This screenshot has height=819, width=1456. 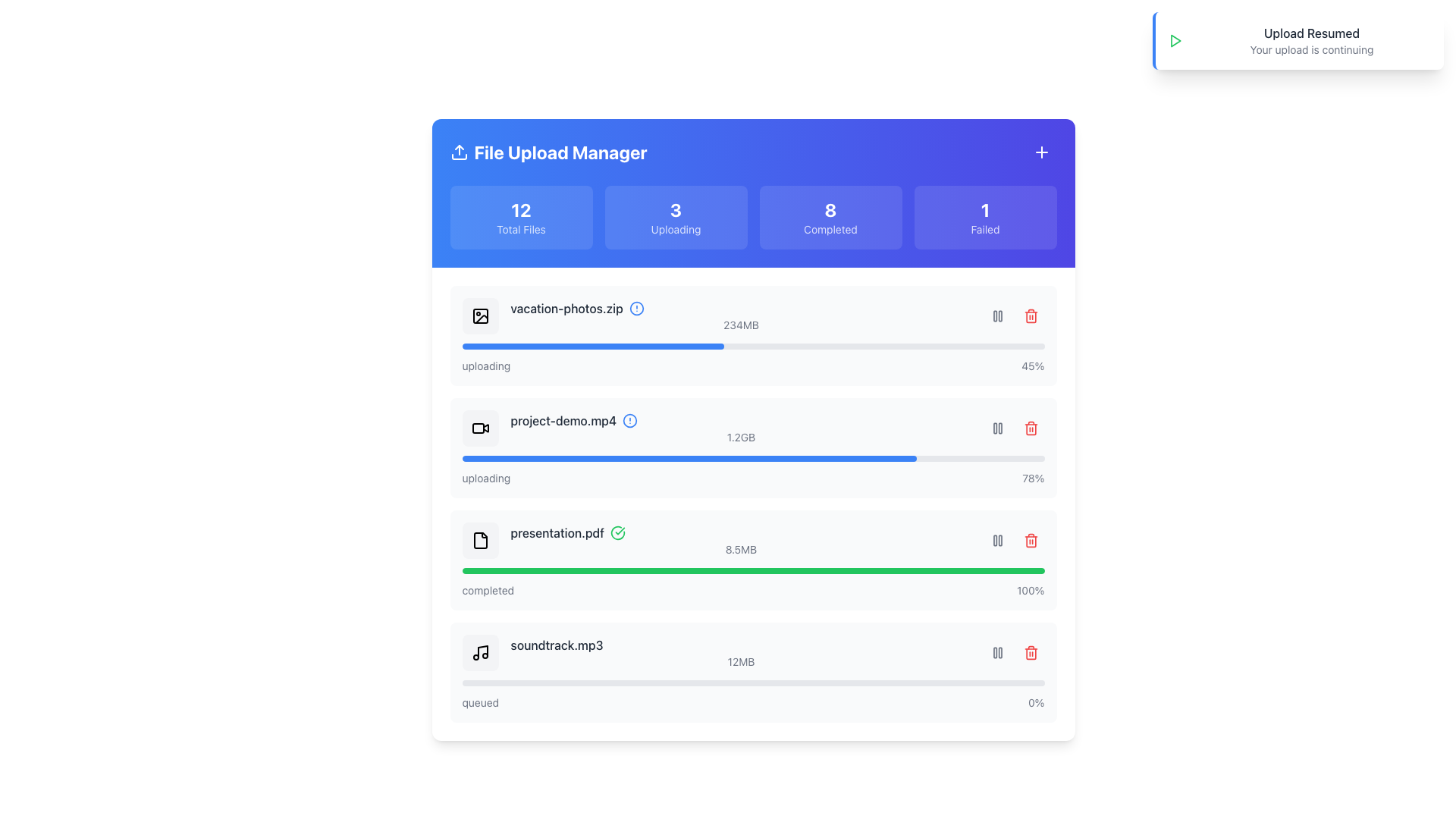 I want to click on the small button with a plus icon at its center in the top-right corner of the 'File Upload Manager' card, so click(x=1040, y=152).